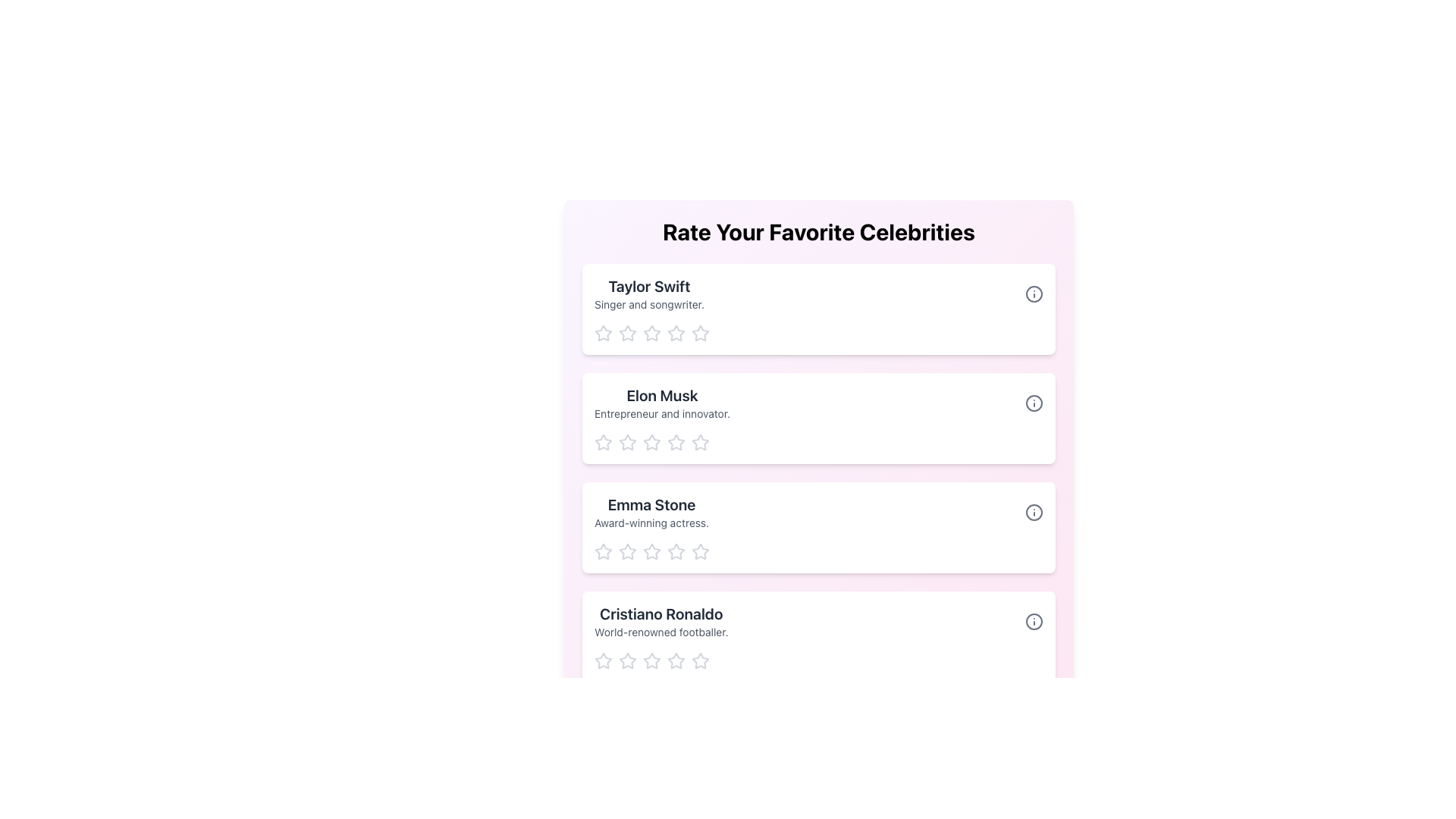  I want to click on the informational button located to the right of the text 'Taylor Swift Singer and songwriter' in the topmost section of the list, so click(1033, 294).